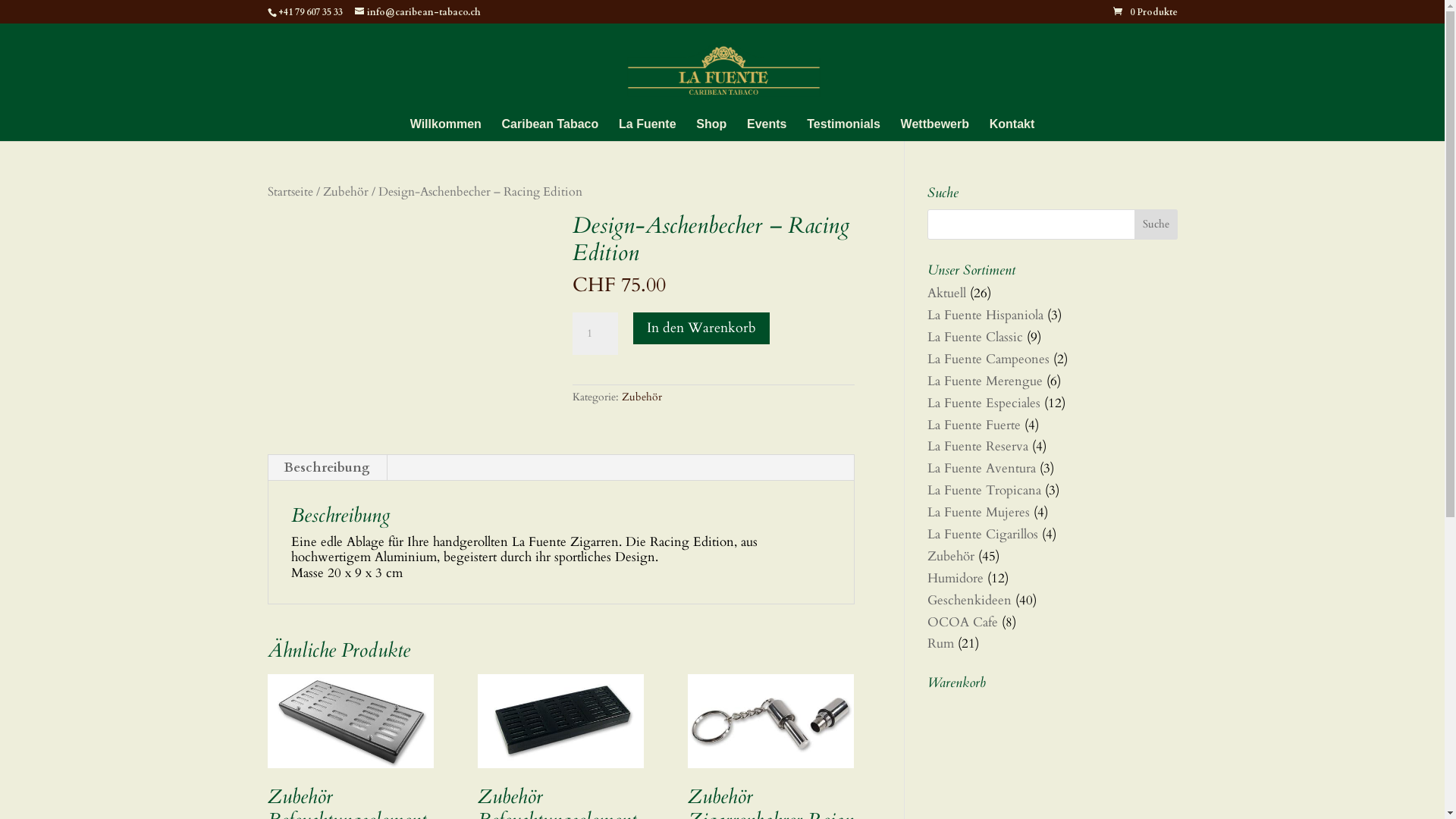  I want to click on 'Shop', so click(695, 129).